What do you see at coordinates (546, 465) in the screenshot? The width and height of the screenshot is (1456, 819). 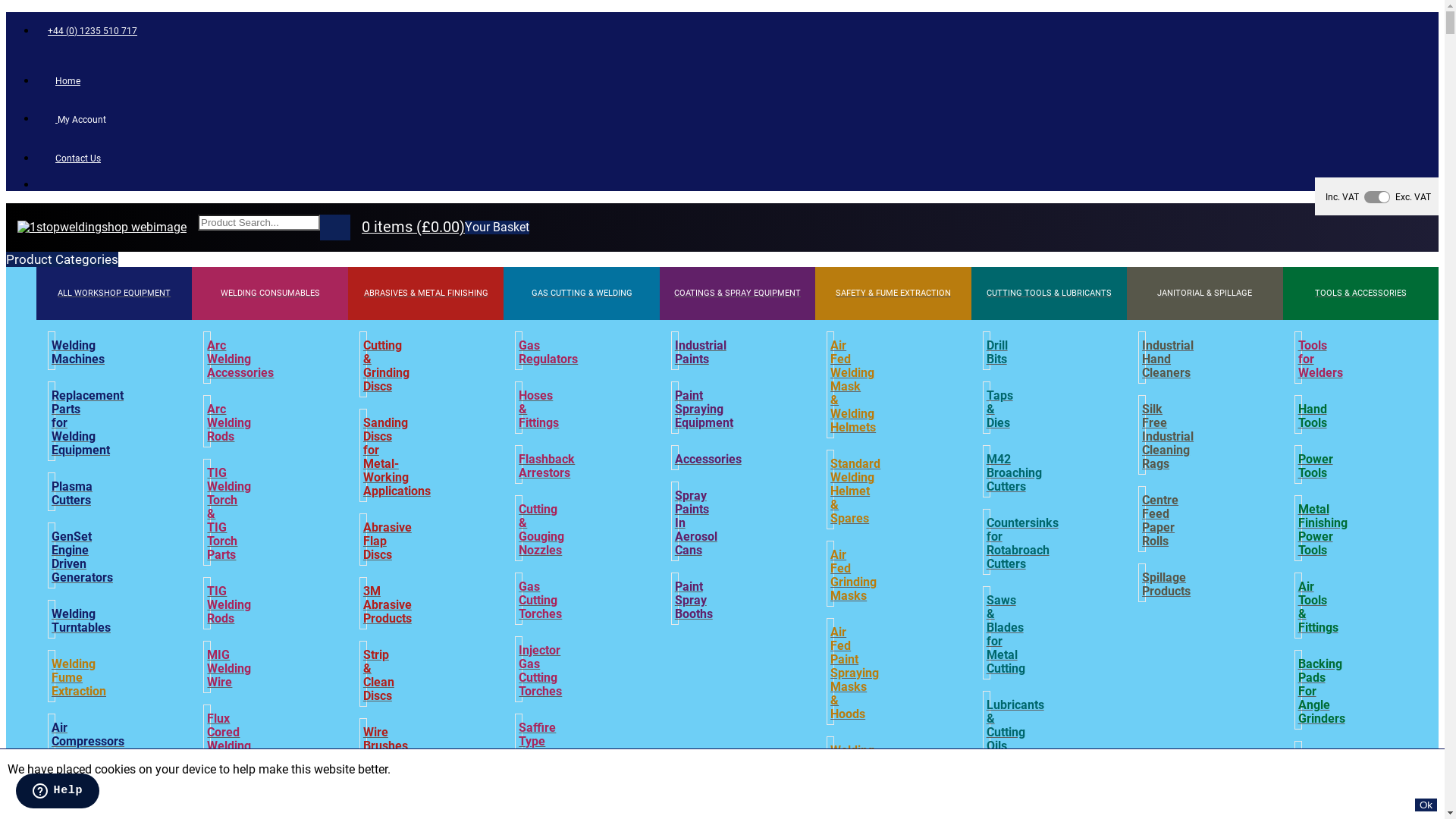 I see `'Flashback Arrestors'` at bounding box center [546, 465].